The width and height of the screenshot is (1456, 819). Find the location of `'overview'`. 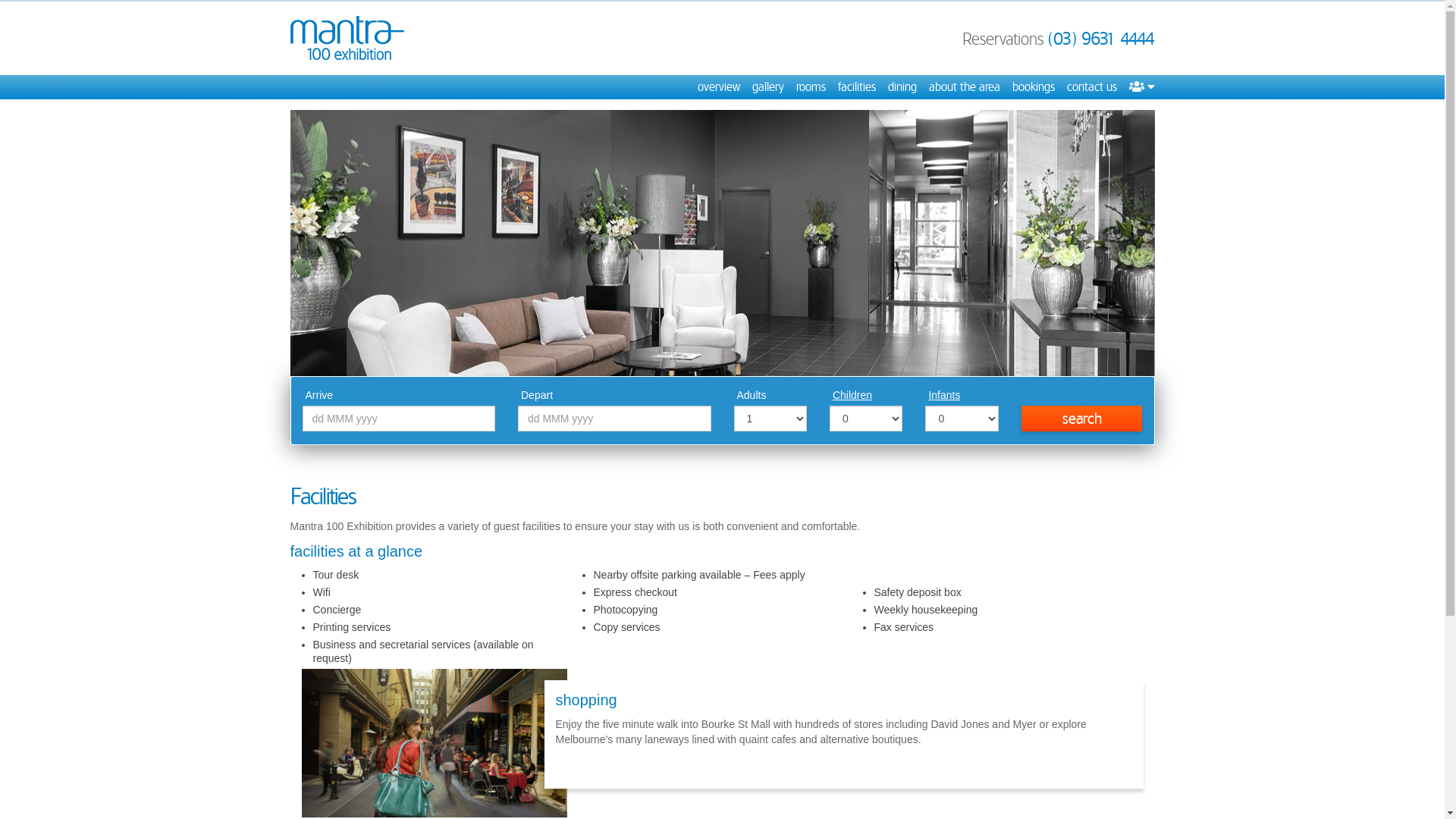

'overview' is located at coordinates (697, 87).